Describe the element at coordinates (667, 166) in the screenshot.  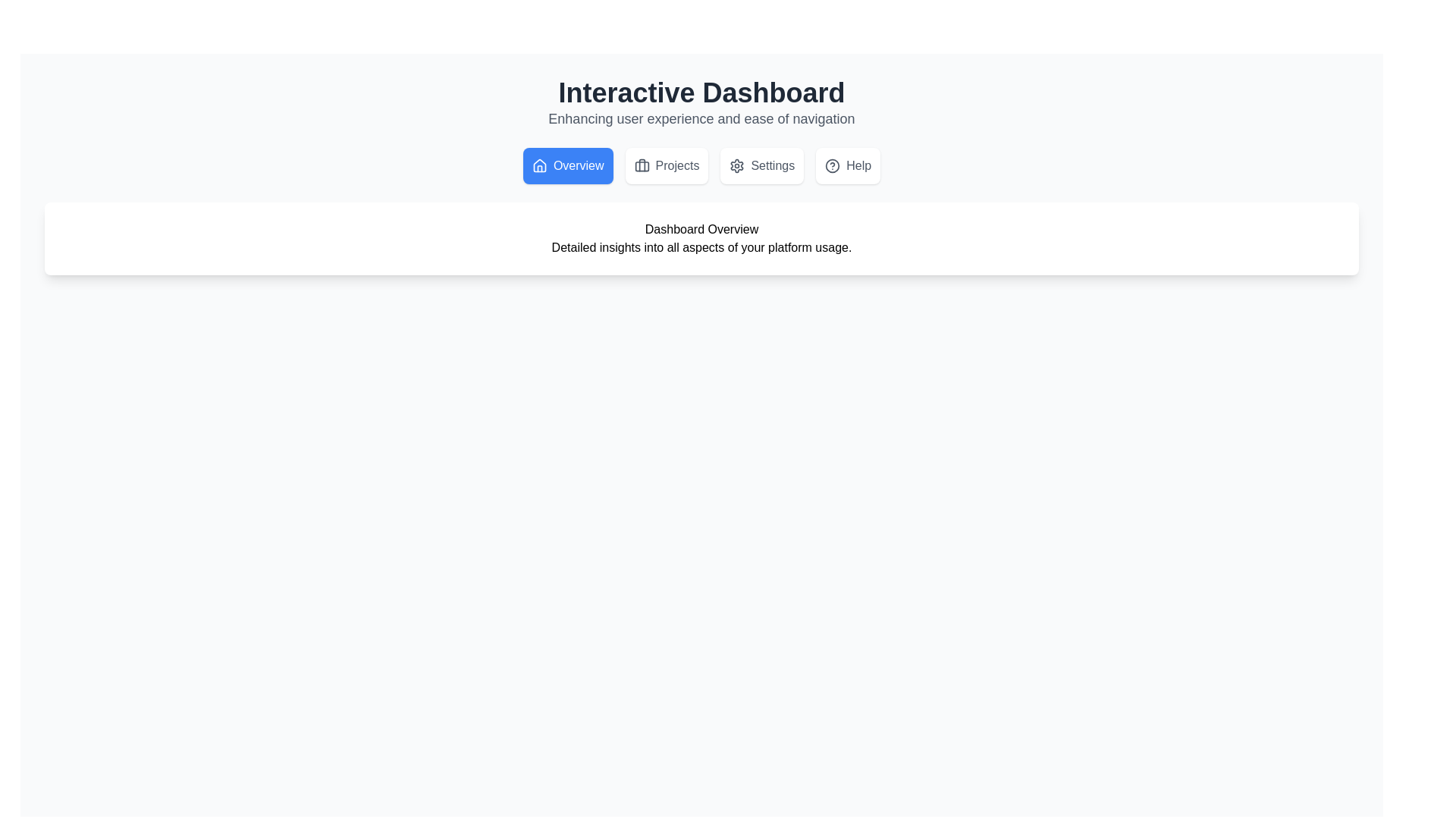
I see `the 'Projects' button, which is a rectangular button with a white background and gray text/icon, located in the row of buttons below 'Interactive Dashboard'` at that location.